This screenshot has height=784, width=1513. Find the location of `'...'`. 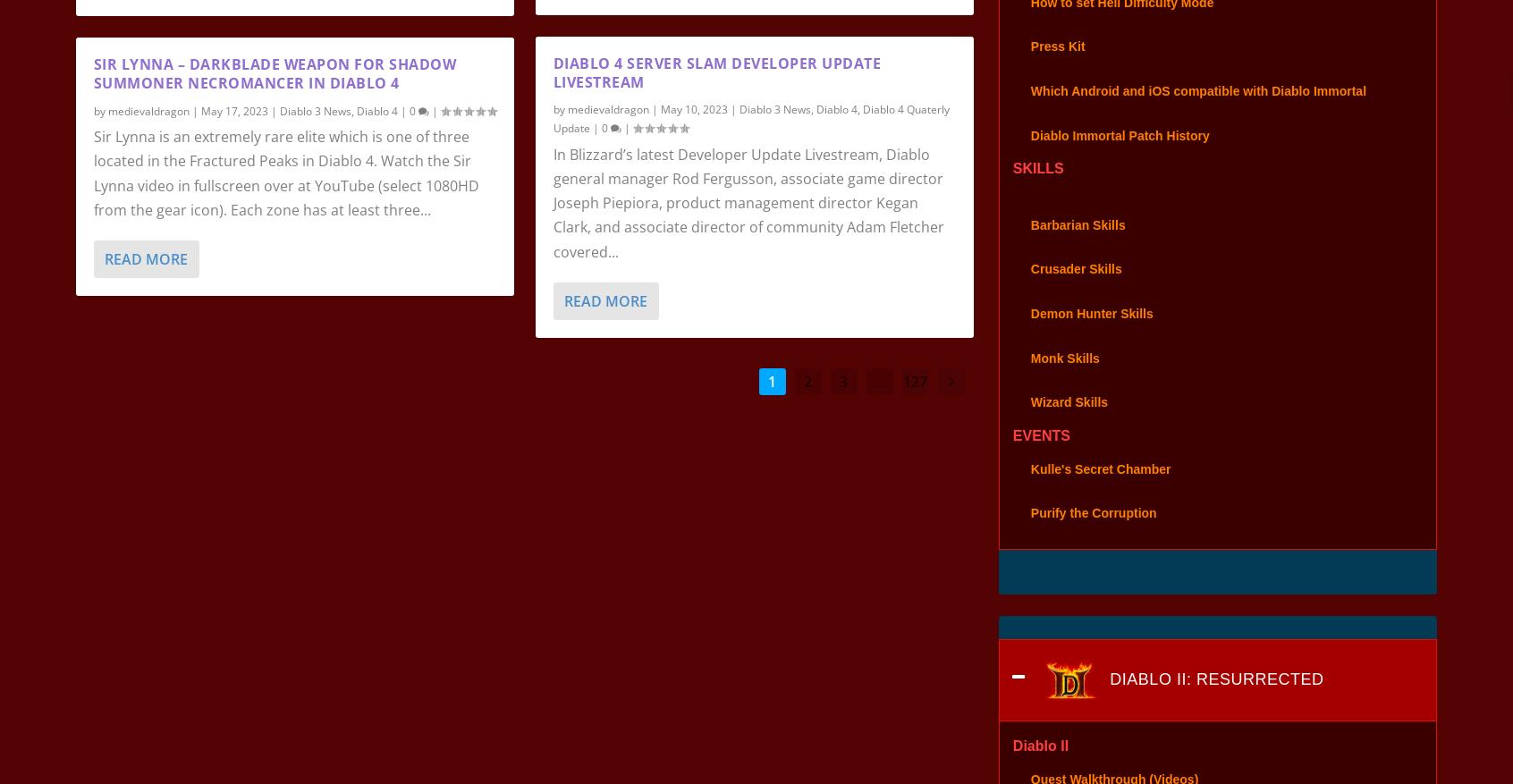

'...' is located at coordinates (879, 404).